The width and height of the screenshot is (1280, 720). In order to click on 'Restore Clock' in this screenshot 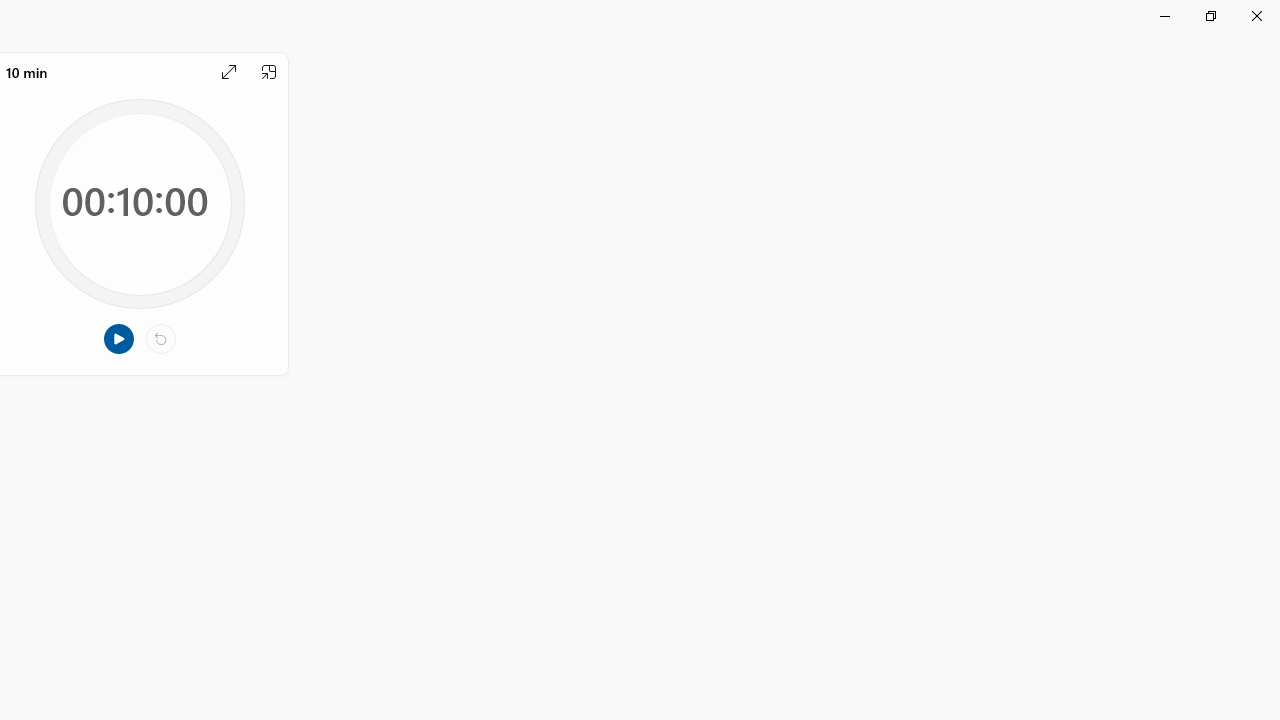, I will do `click(1209, 15)`.